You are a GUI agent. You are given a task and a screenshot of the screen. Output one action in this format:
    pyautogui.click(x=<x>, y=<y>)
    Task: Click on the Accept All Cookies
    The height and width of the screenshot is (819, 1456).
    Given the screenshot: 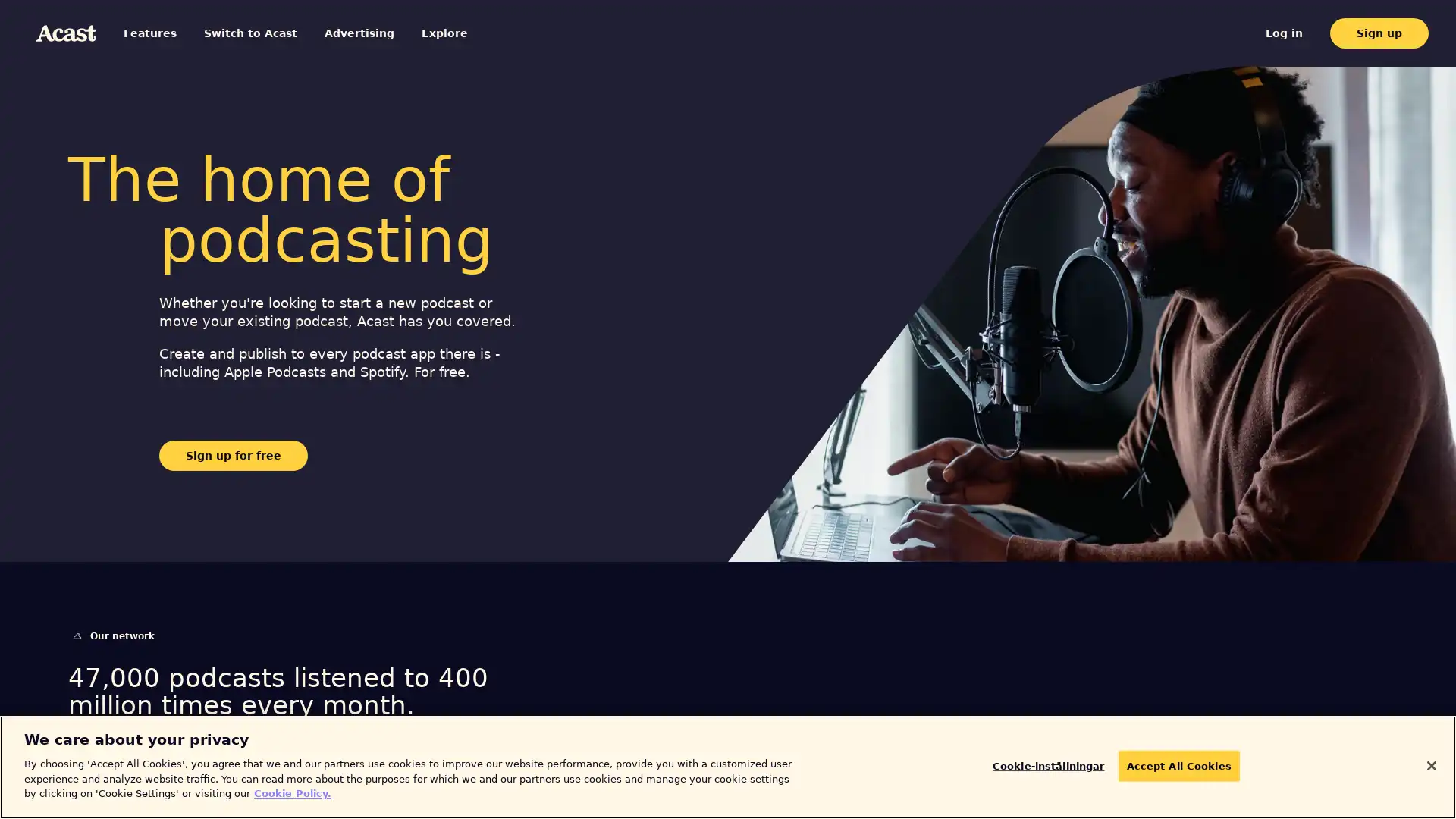 What is the action you would take?
    pyautogui.click(x=1169, y=766)
    